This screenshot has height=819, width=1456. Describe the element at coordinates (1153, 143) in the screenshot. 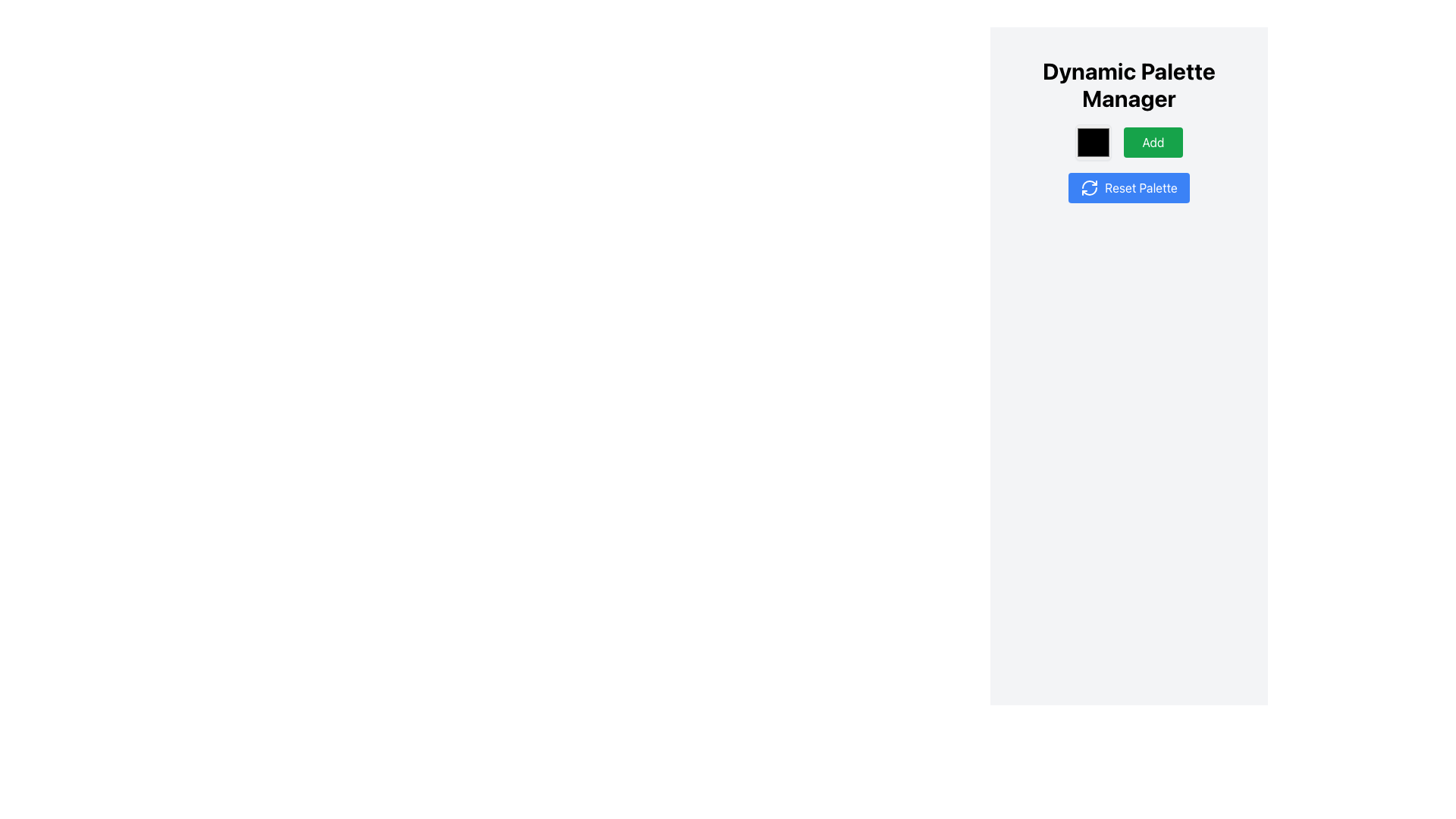

I see `the 'Add' button, which is a green button with white text located under the 'Dynamic Palette Manager' heading, next to the color preview box` at that location.